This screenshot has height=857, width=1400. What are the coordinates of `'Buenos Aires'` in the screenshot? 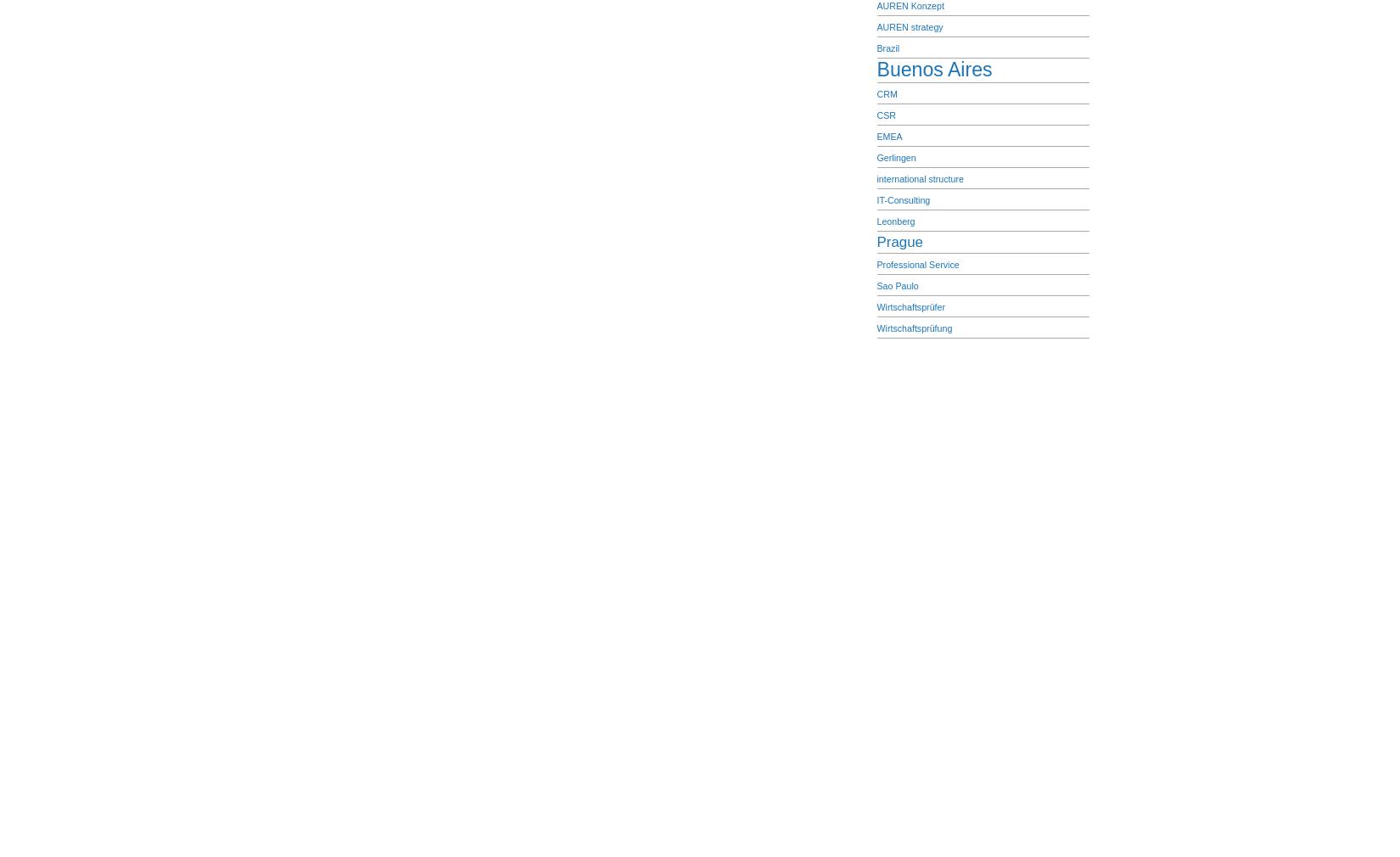 It's located at (934, 68).